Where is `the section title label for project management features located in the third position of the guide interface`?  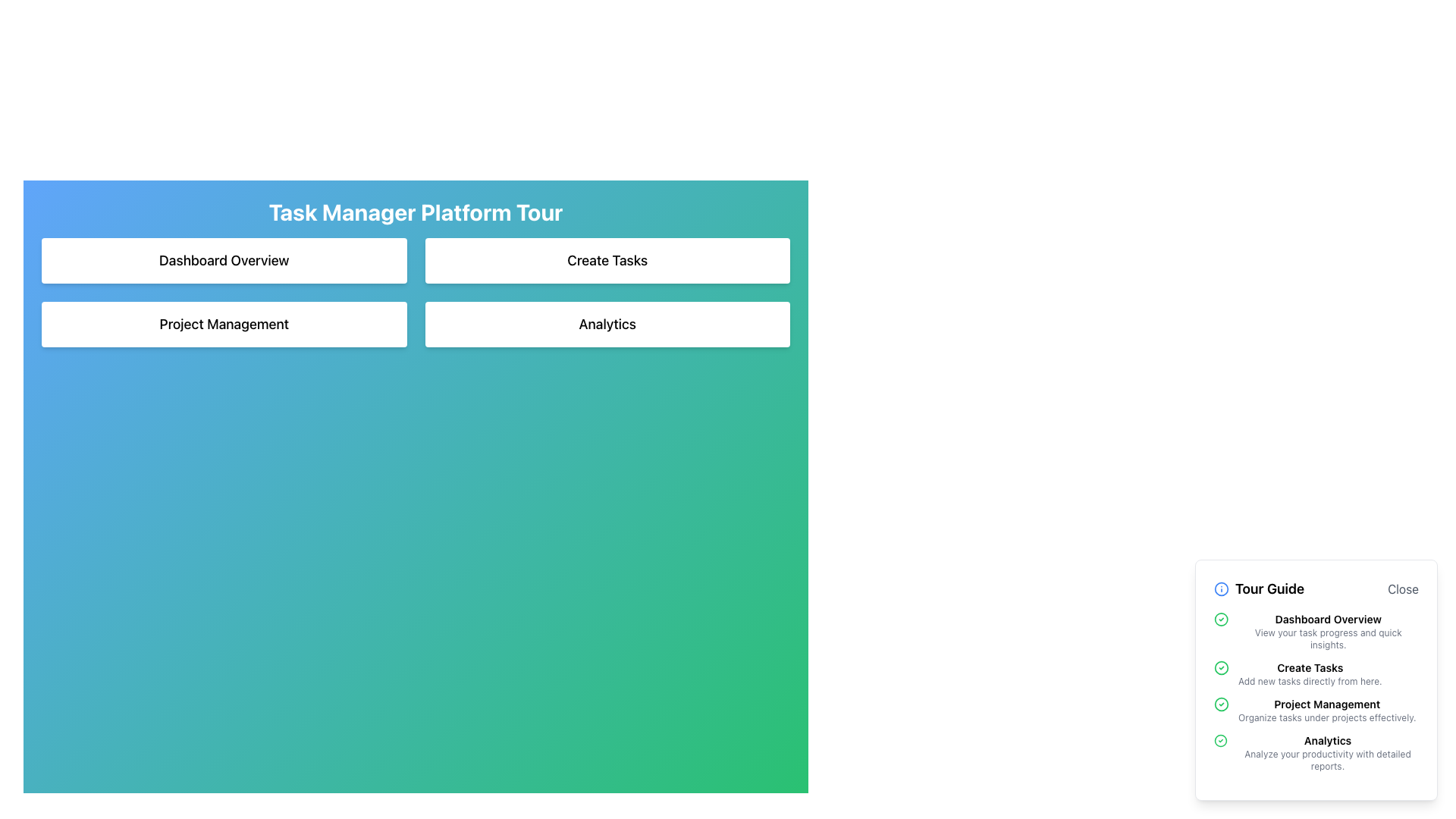 the section title label for project management features located in the third position of the guide interface is located at coordinates (1326, 704).